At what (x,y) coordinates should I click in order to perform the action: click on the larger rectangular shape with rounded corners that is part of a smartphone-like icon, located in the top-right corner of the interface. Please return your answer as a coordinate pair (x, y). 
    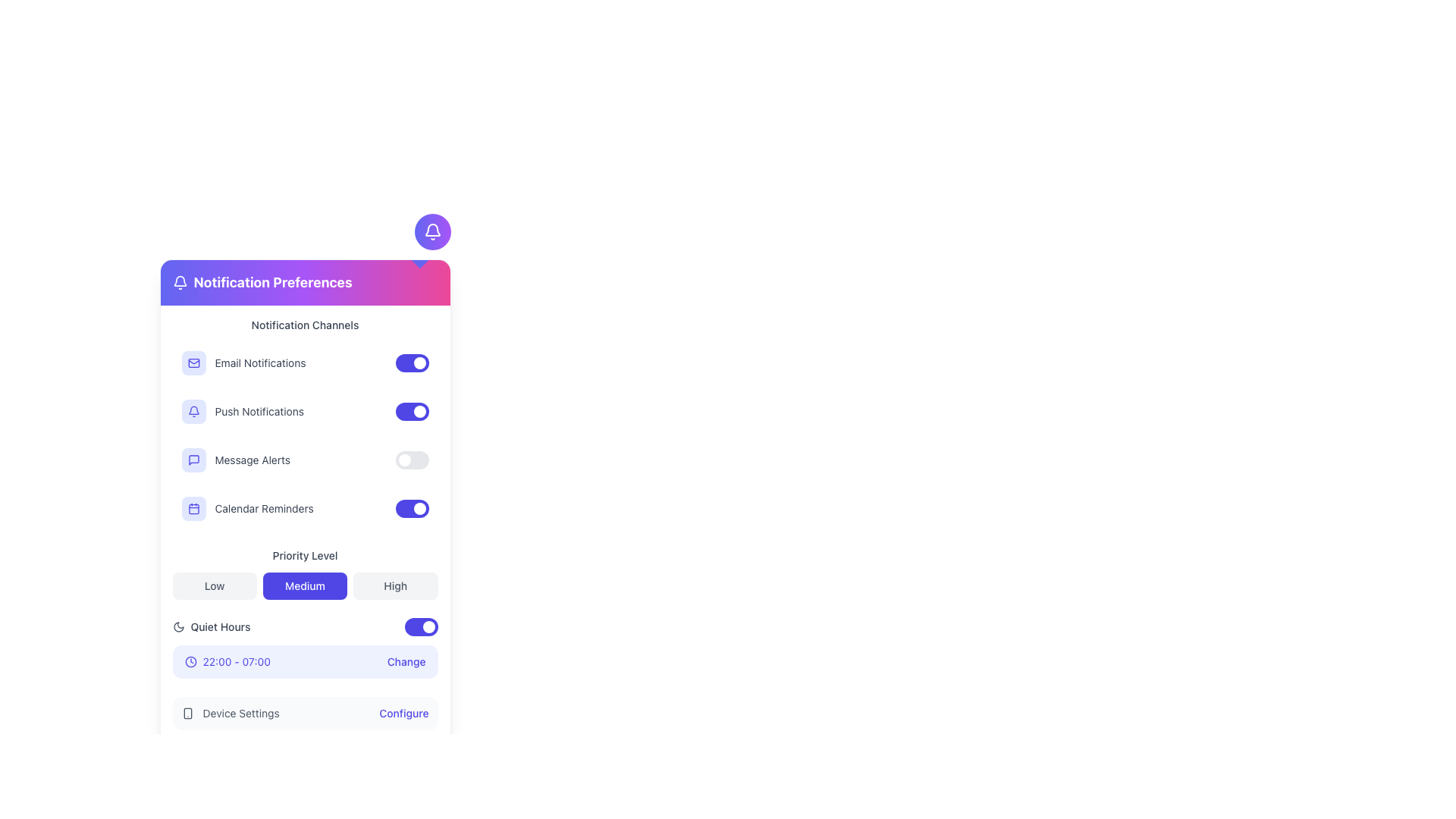
    Looking at the image, I should click on (187, 714).